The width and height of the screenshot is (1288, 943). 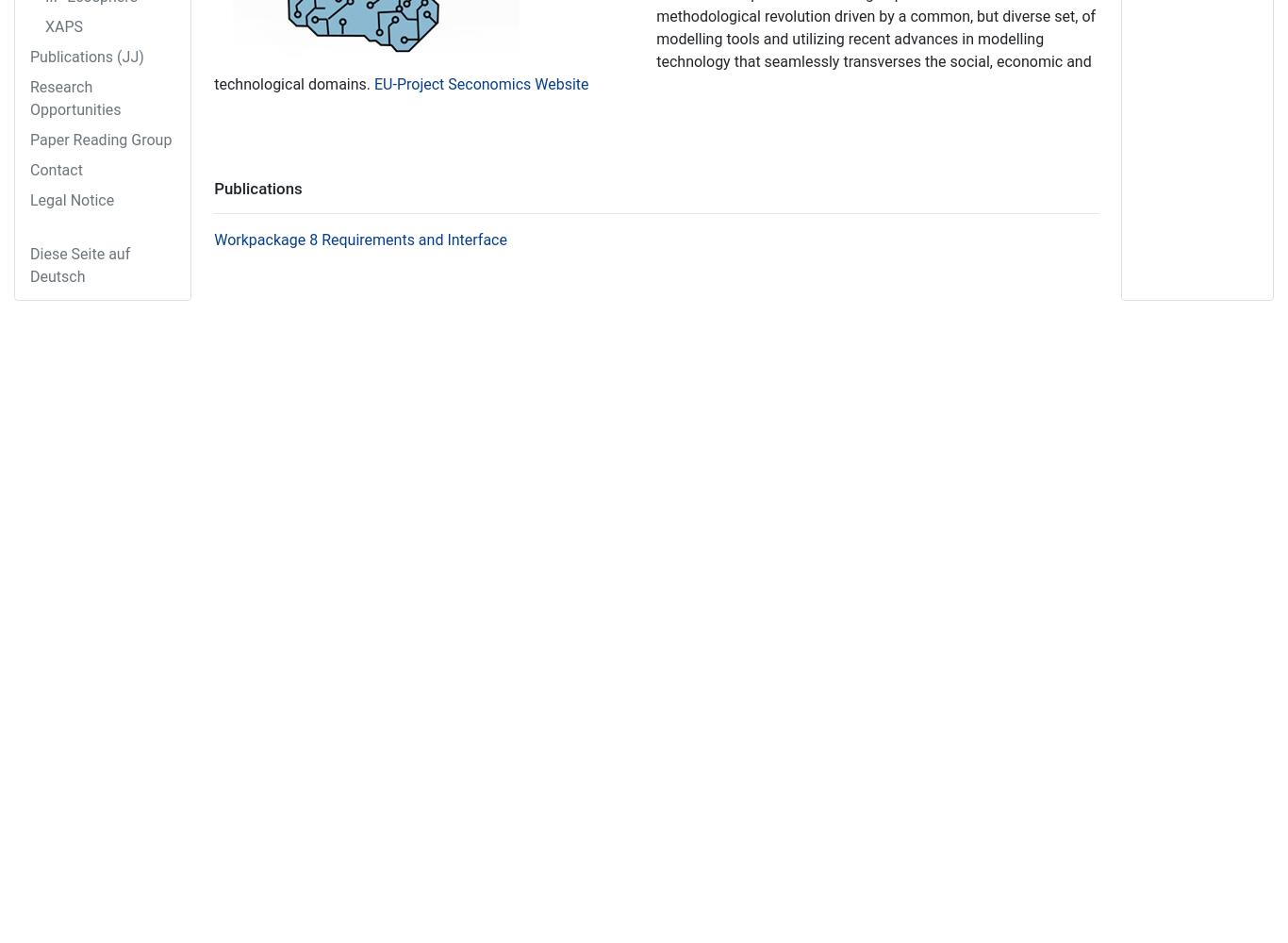 I want to click on 'Diese Seite auf Deutsch', so click(x=79, y=265).